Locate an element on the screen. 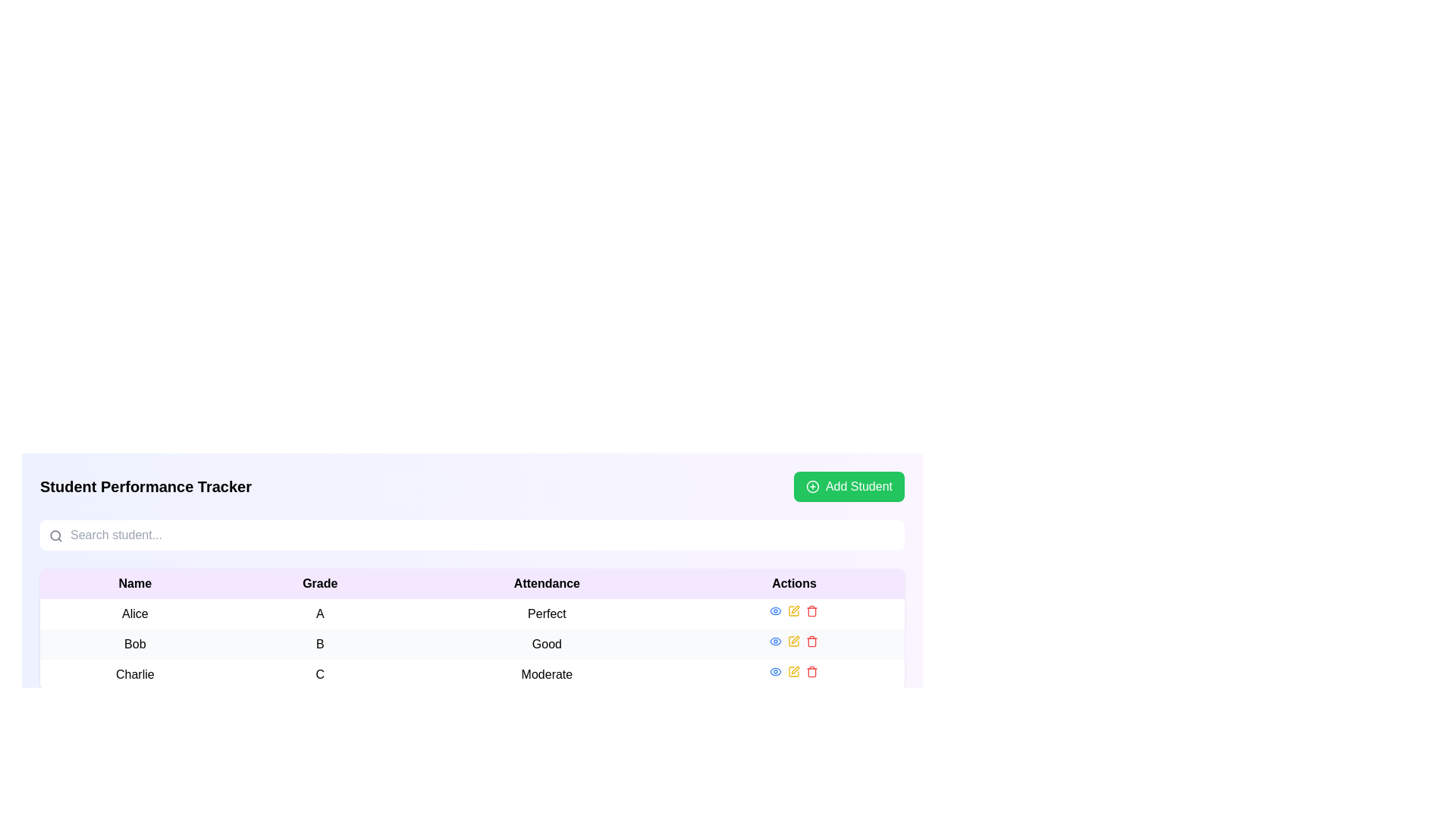 Image resolution: width=1456 pixels, height=819 pixels. the yellow pen icon button to initiate an edit action for the student named 'Bob', which is the second icon in a row of three action-related icons is located at coordinates (793, 641).